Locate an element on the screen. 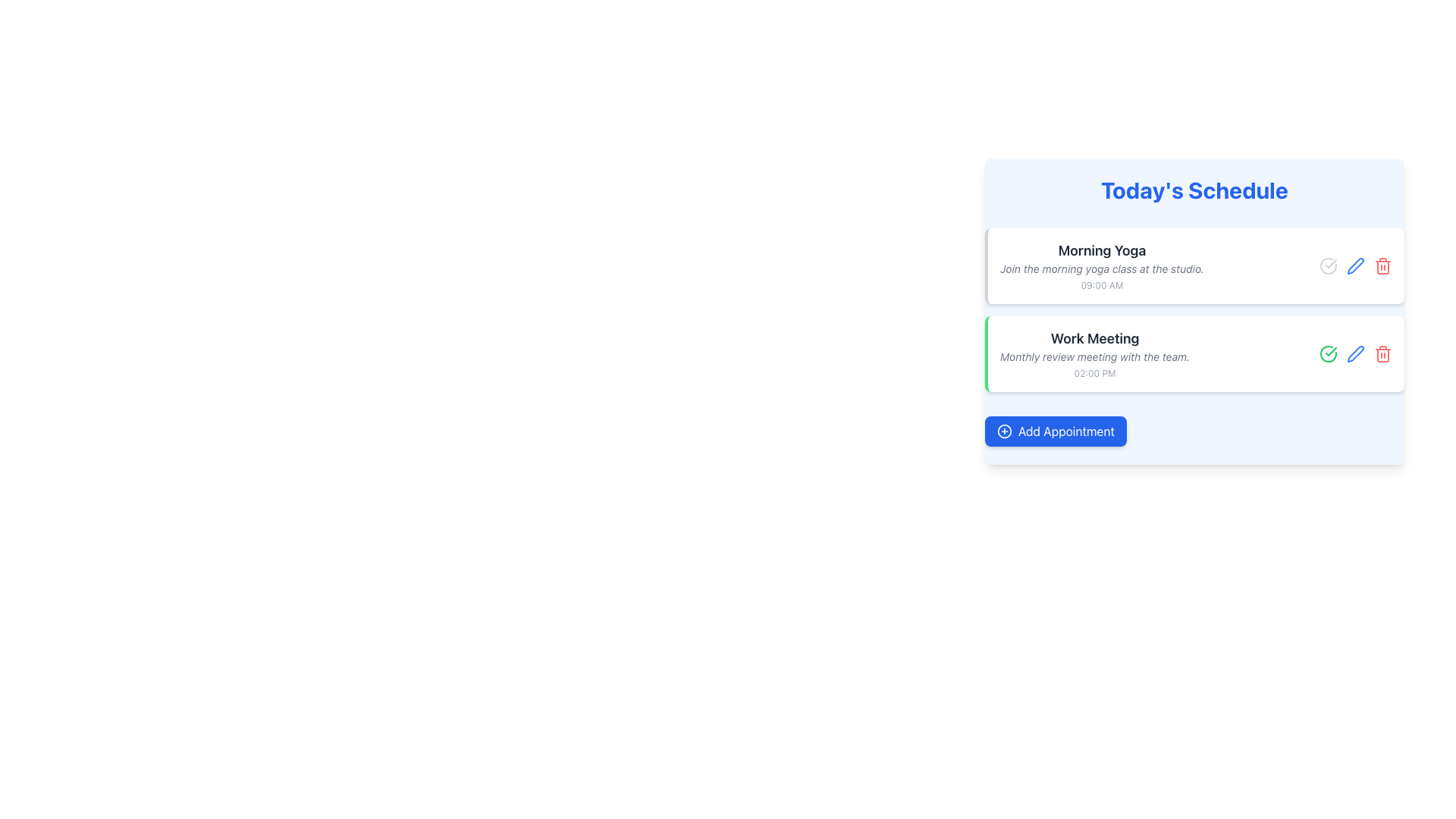 The height and width of the screenshot is (819, 1456). the Pen/Editor icon located in the 'Work Meeting' row within the 'Today's Schedule' section is located at coordinates (1356, 265).